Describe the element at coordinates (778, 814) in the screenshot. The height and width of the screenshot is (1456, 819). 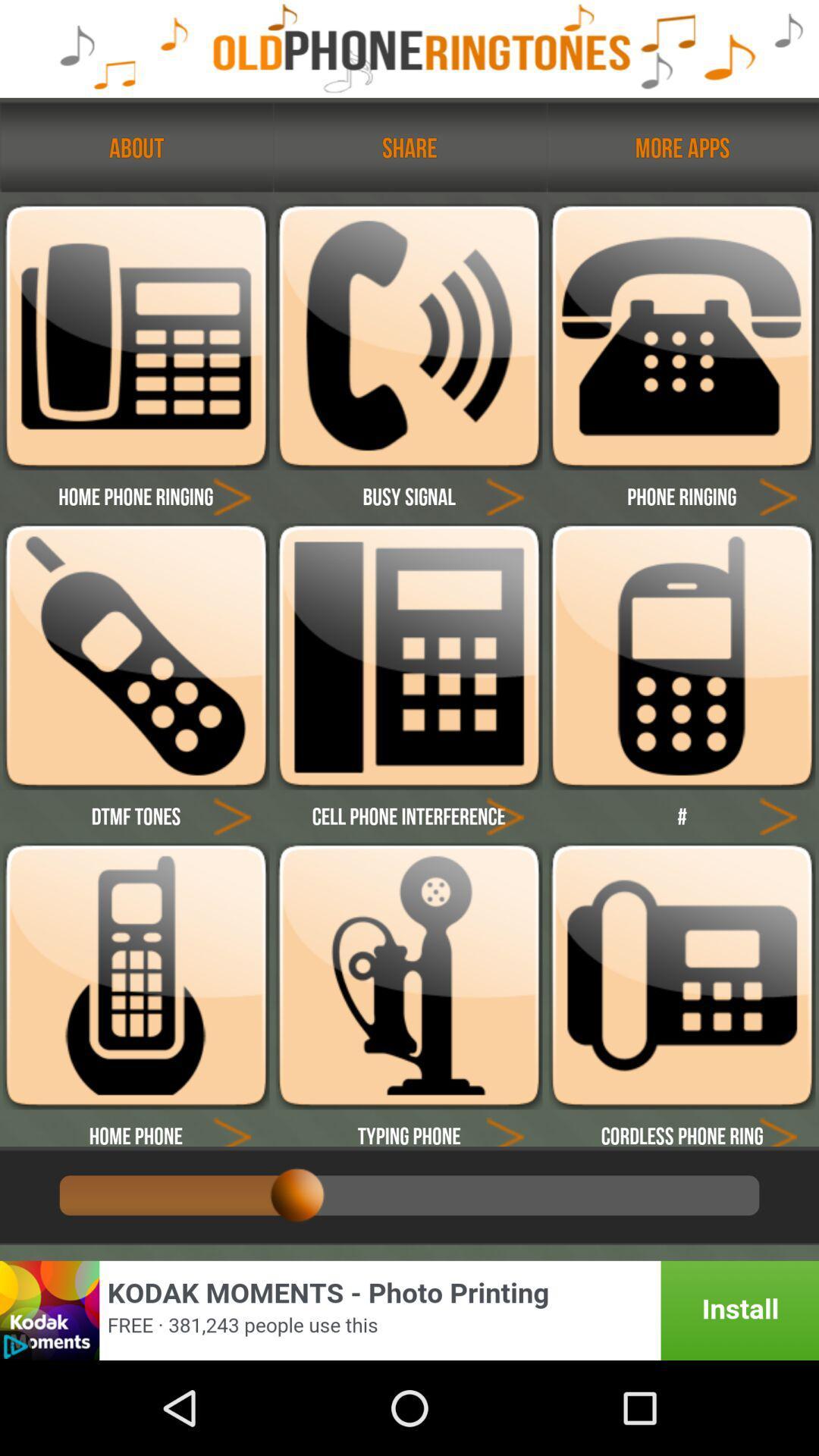
I see `next option` at that location.